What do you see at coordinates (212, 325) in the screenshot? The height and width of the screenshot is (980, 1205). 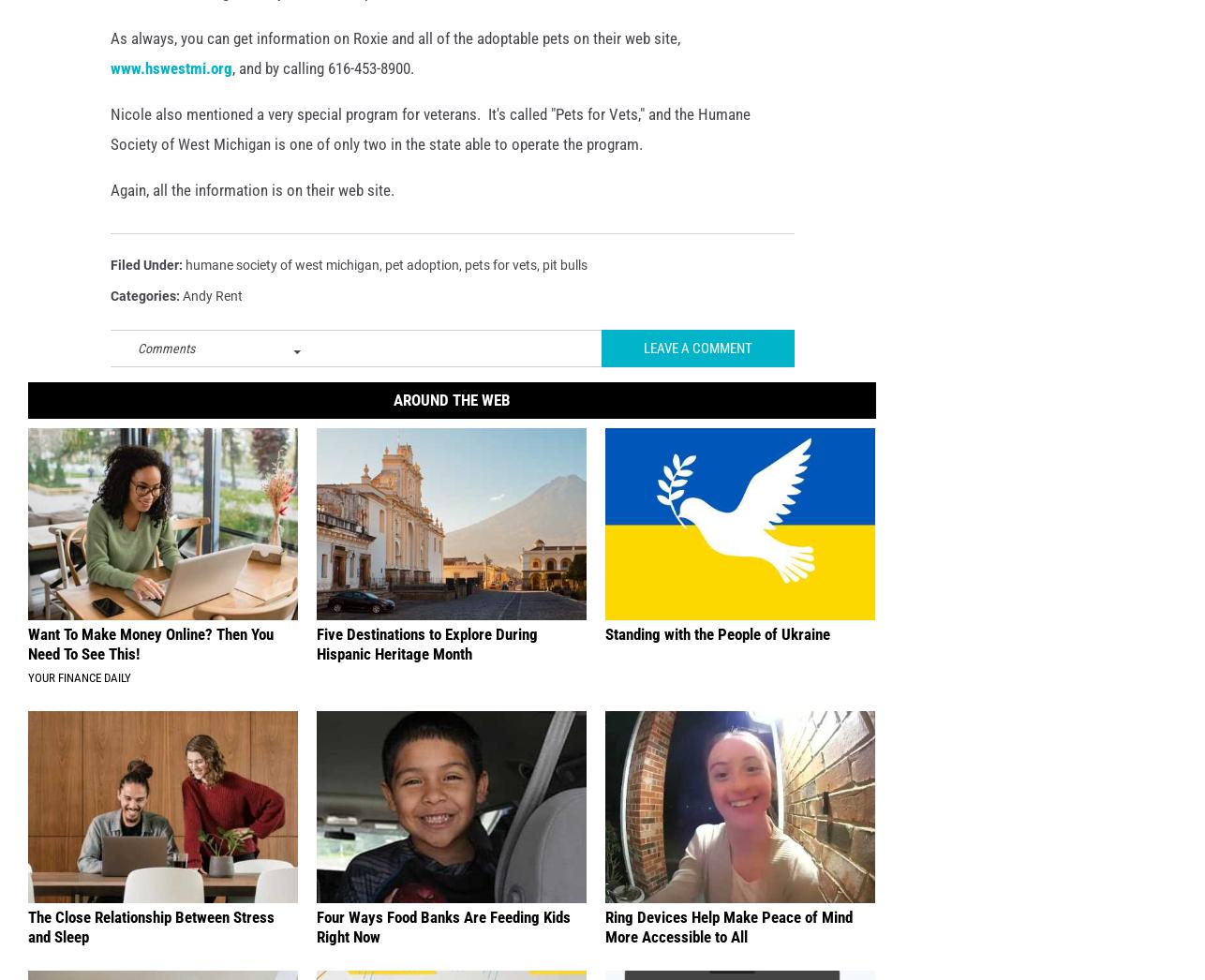 I see `'Andy Rent'` at bounding box center [212, 325].